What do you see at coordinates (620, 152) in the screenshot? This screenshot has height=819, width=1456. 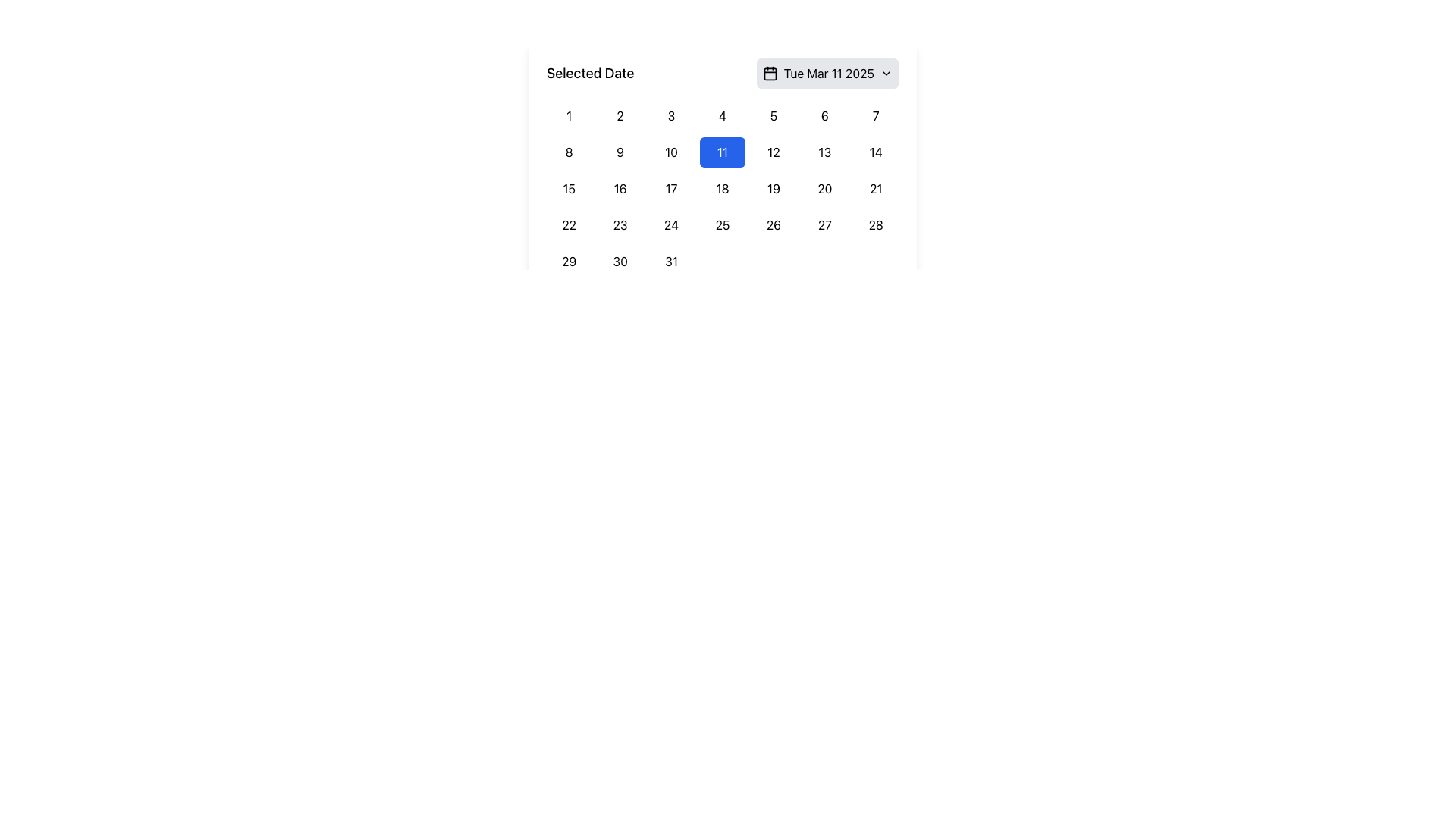 I see `the calendar item representing the 9th day` at bounding box center [620, 152].